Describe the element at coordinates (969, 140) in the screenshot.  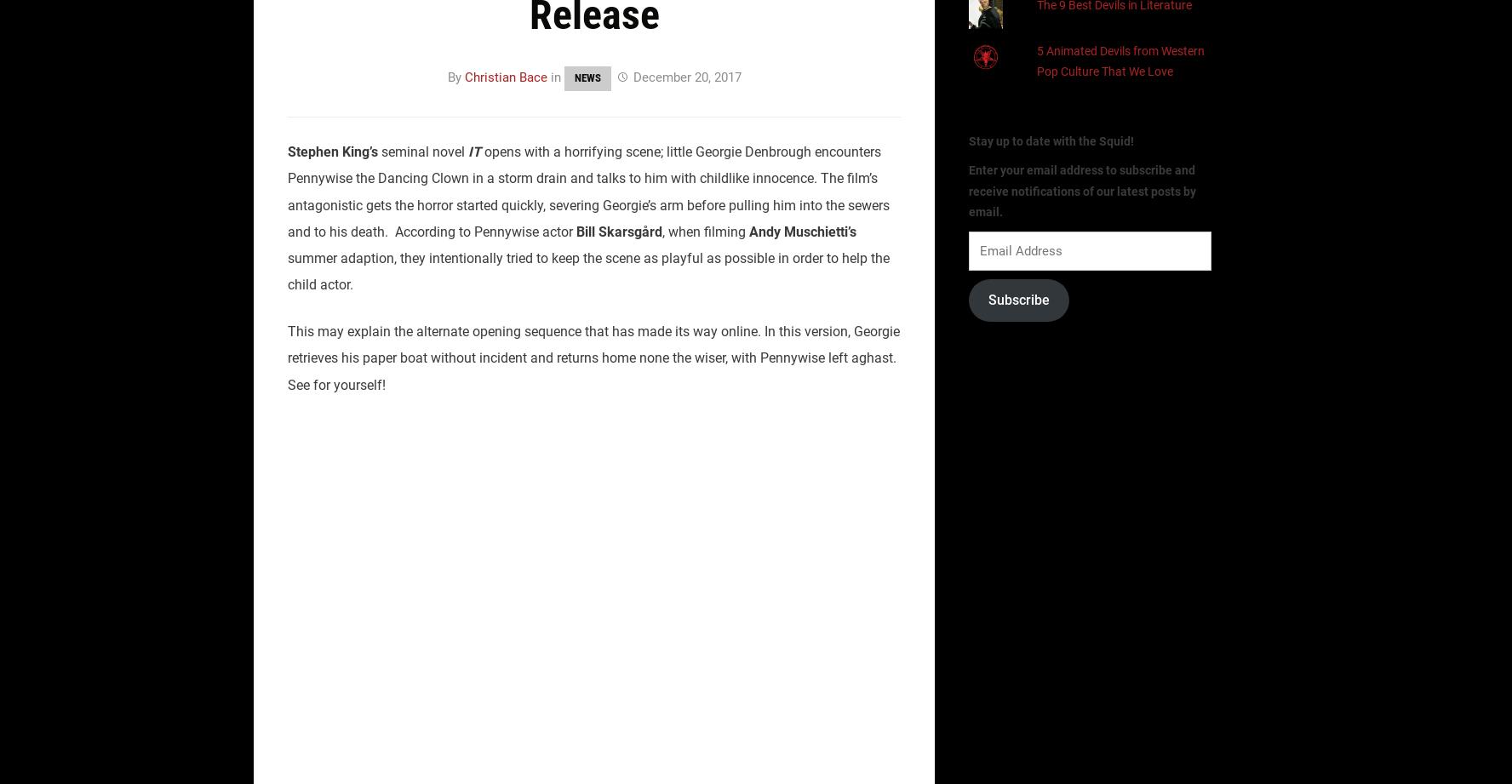
I see `'Stay up to date with the Squid!'` at that location.